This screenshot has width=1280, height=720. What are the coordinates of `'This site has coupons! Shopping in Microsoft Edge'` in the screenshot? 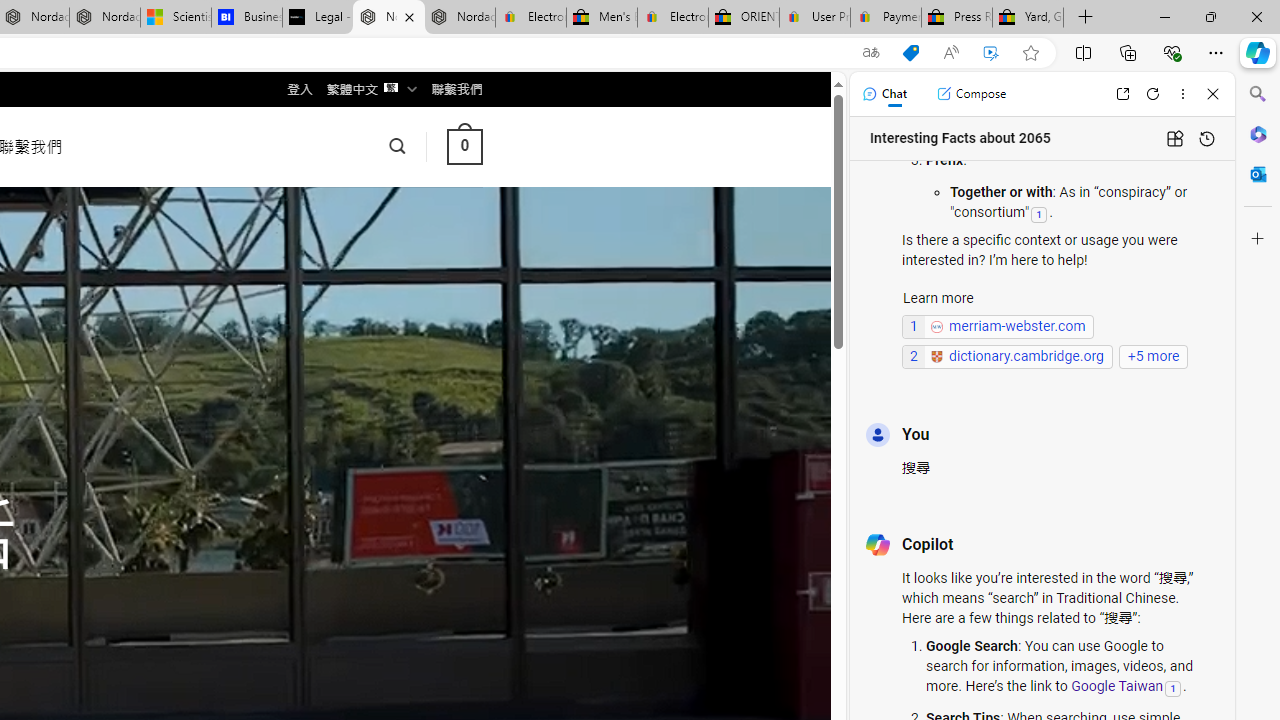 It's located at (909, 52).